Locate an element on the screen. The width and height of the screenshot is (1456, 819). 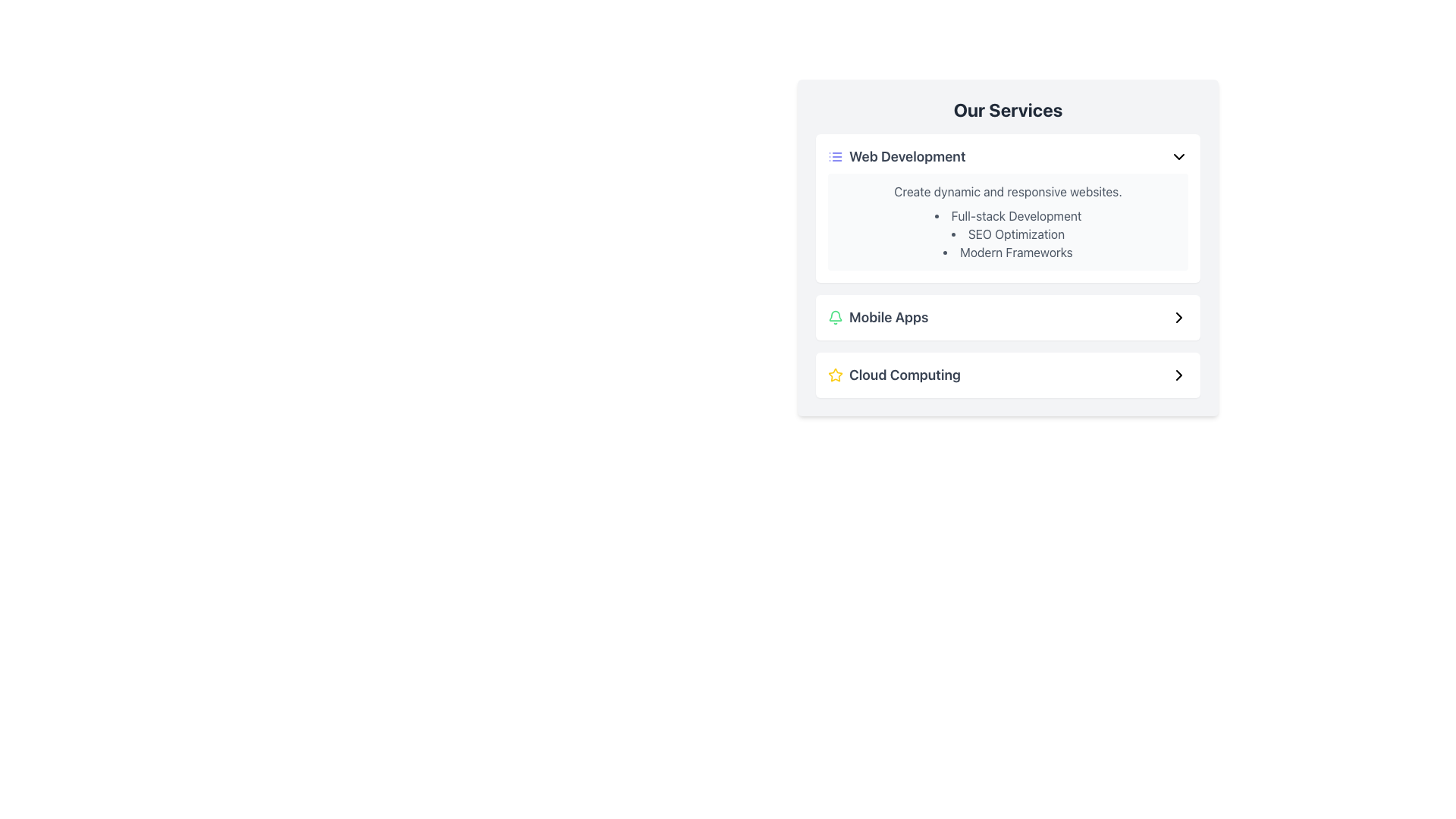
the second list item in the 'Our Services' card, which is related to 'Mobile Apps' is located at coordinates (1008, 317).